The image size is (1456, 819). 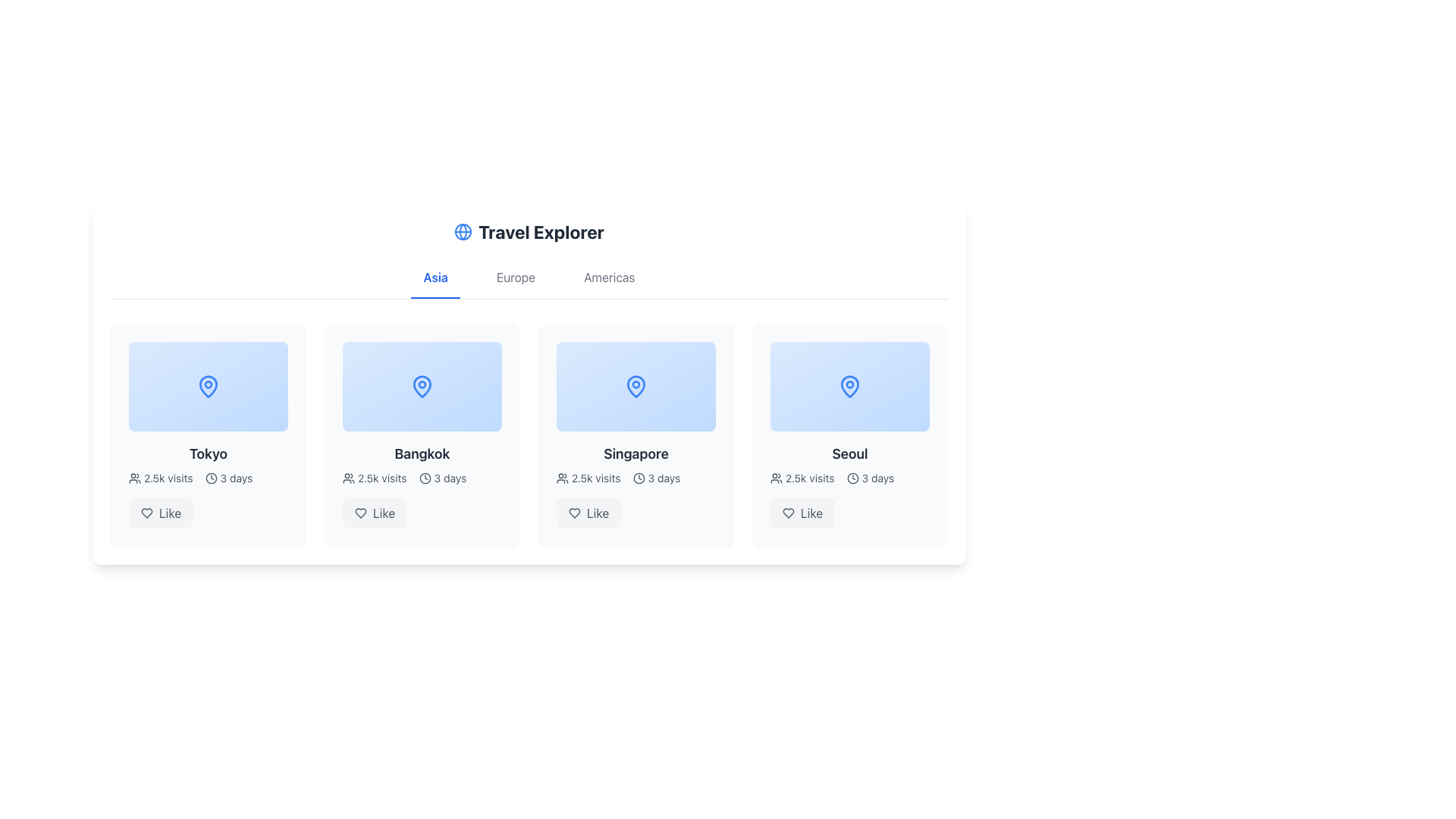 I want to click on the icon indicating the number of visits for the trip location in the first trip card under the 'Asia' category, located to the left of the text '2.5k visits', so click(x=134, y=479).